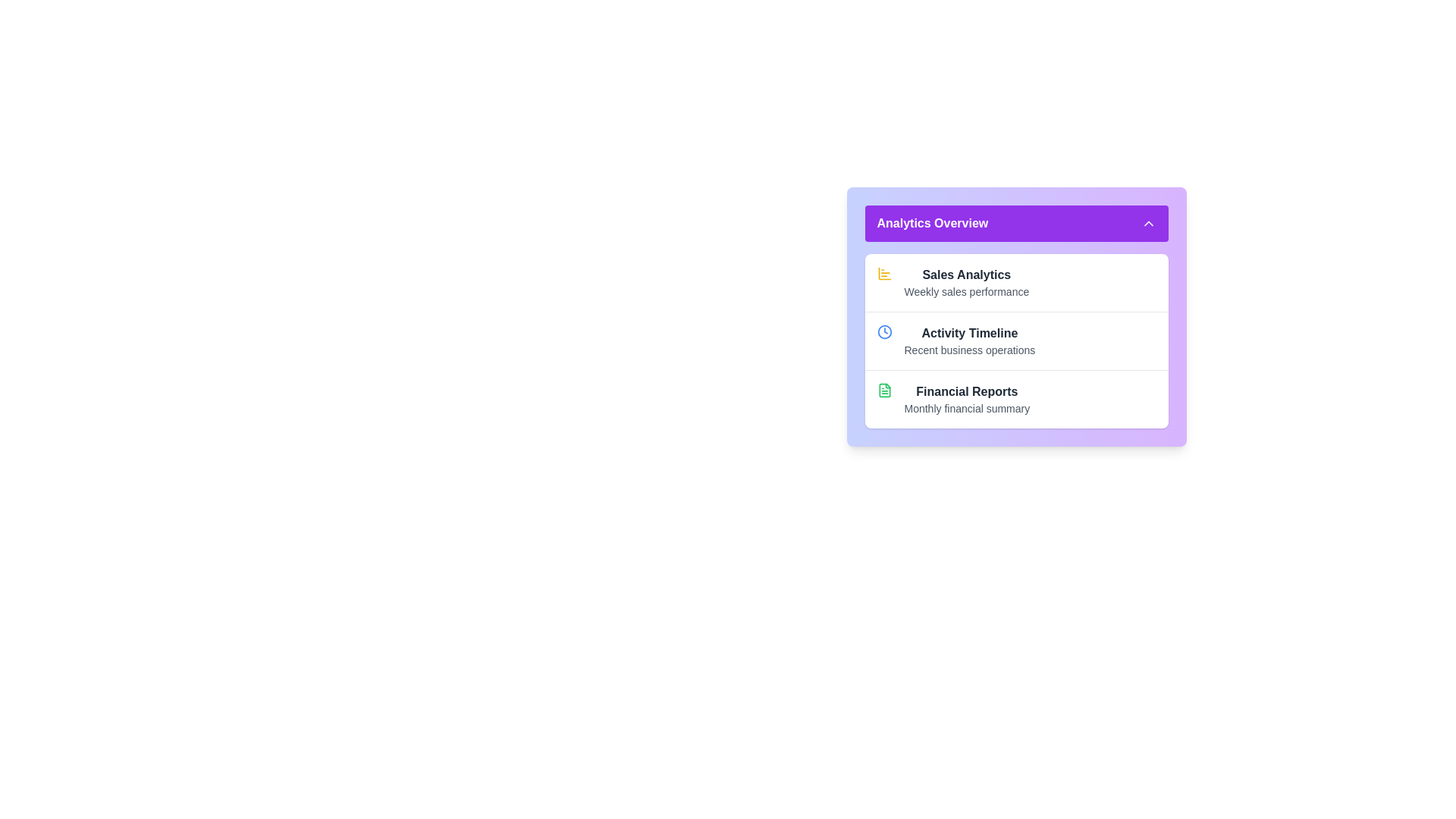 The image size is (1456, 819). I want to click on the circular SVG element representing a part of the clock icon located adjacent to the 'Activity Timeline' text in the 'Analytics Overview' section, so click(884, 331).